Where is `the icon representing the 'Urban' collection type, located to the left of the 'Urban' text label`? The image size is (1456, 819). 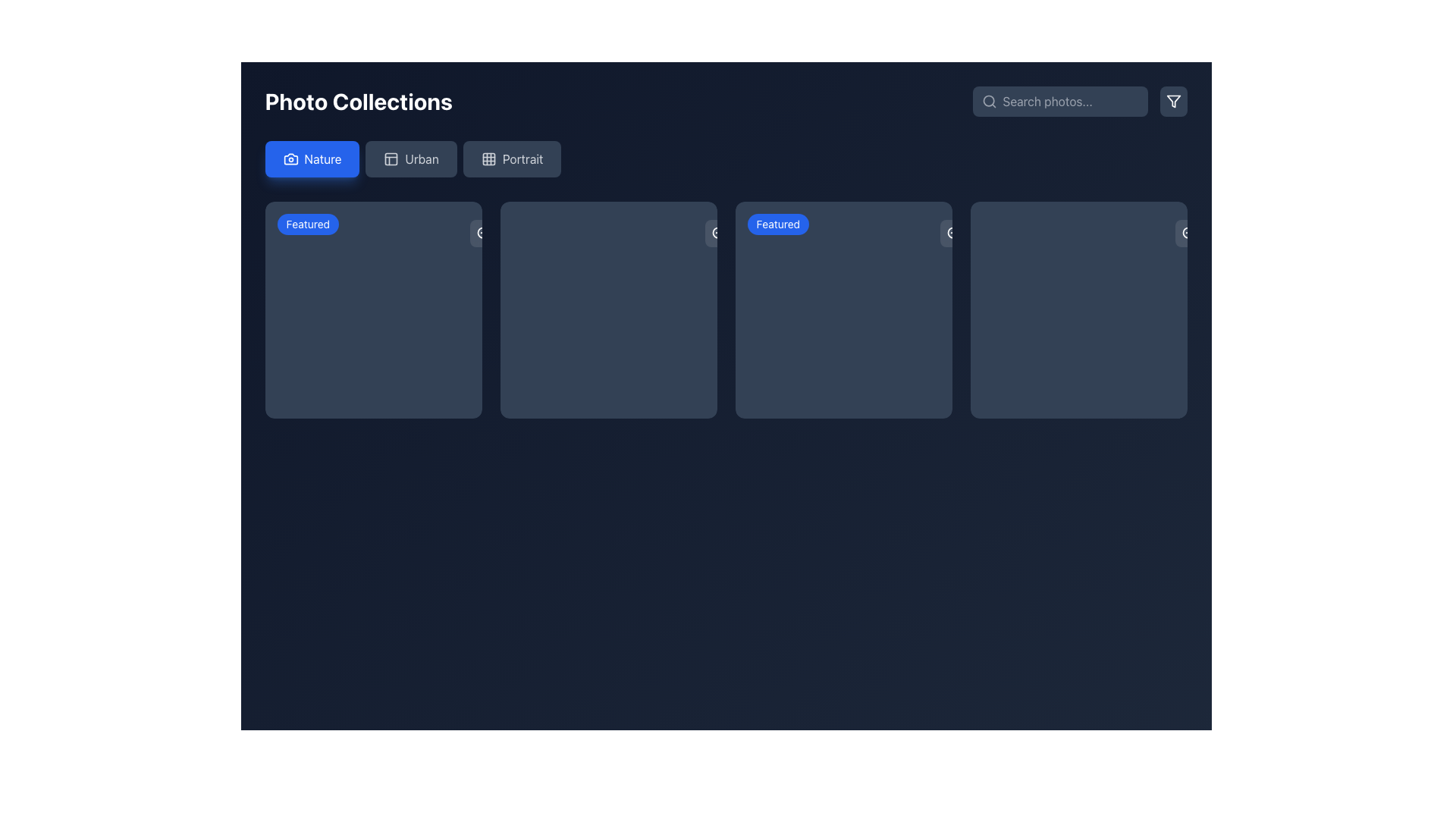
the icon representing the 'Urban' collection type, located to the left of the 'Urban' text label is located at coordinates (391, 158).